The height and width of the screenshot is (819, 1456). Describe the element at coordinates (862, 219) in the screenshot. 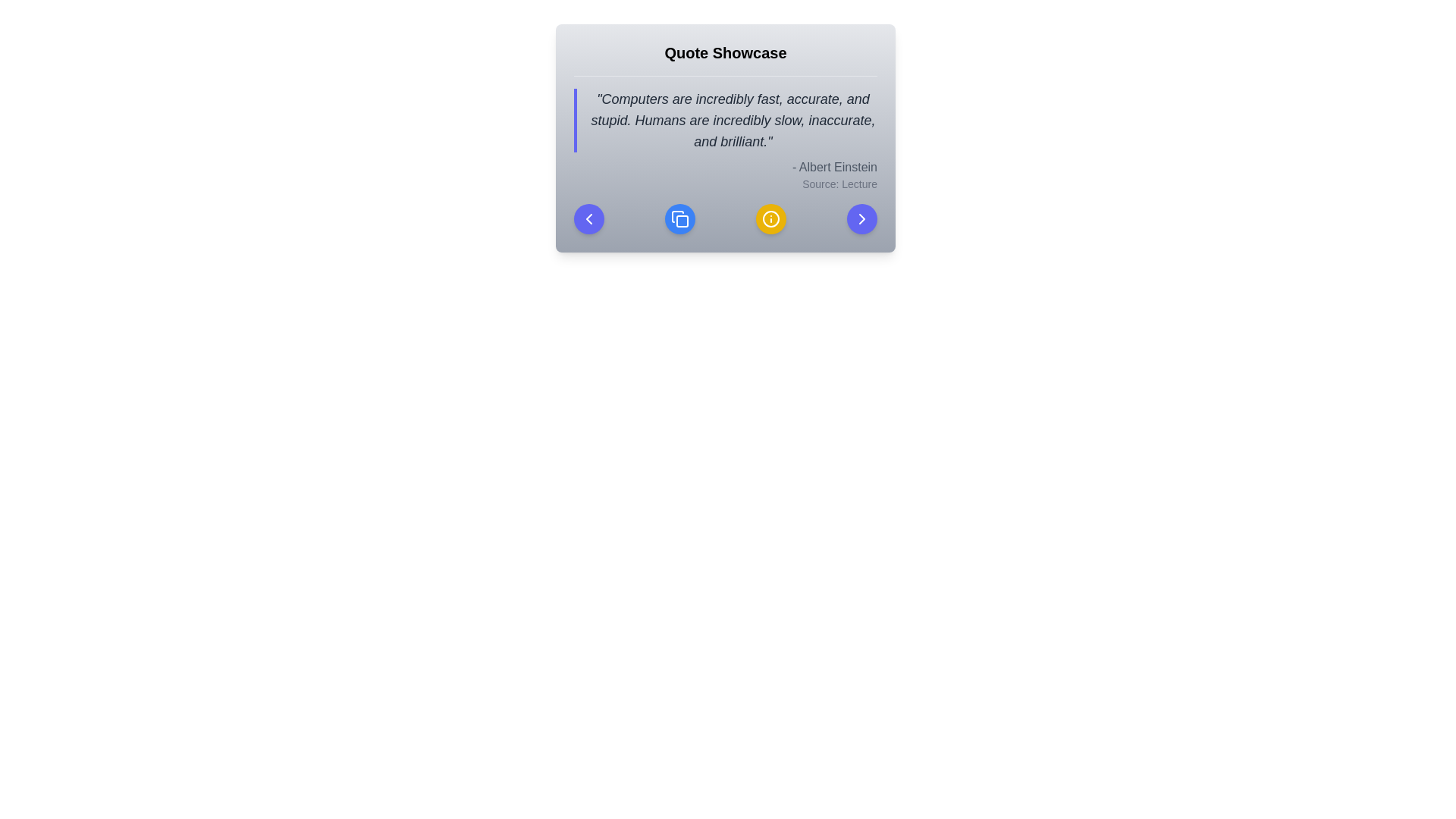

I see `the icon located at the center of the indigo-colored button in the bottom-right corner of the card layout to potentially reveal a tooltip` at that location.